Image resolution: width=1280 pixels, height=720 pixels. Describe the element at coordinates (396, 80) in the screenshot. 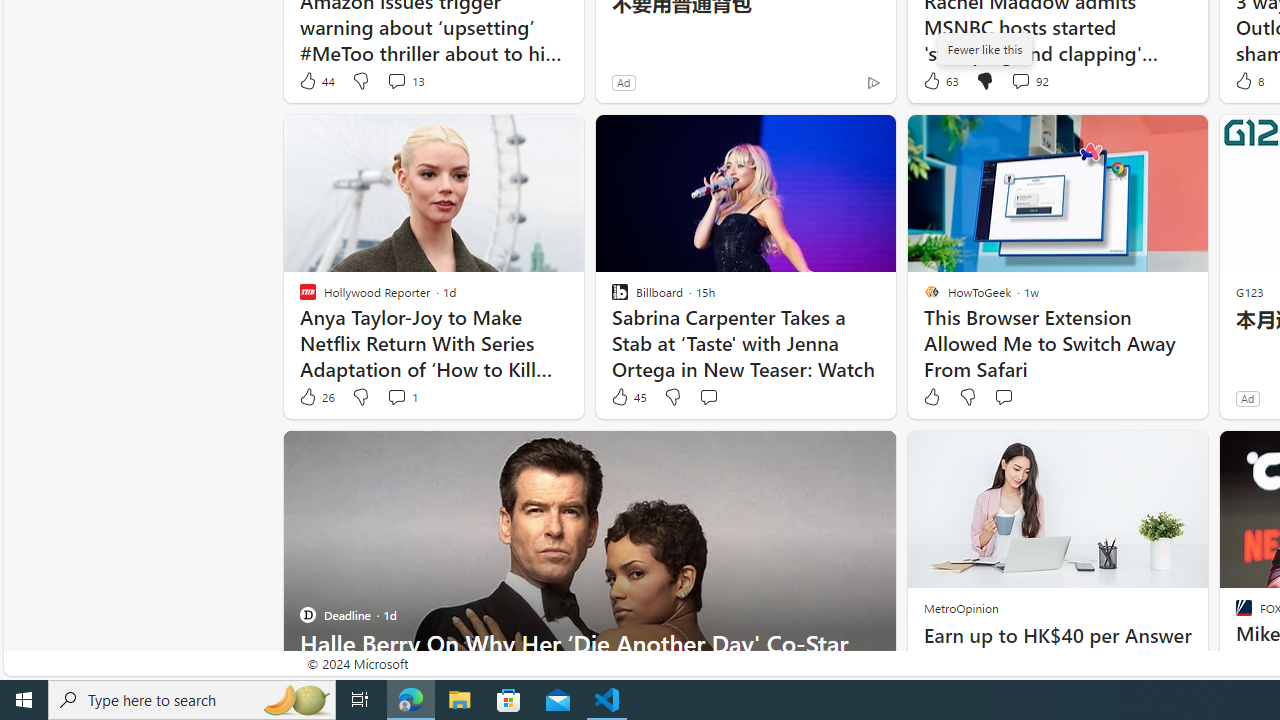

I see `'View comments 13 Comment'` at that location.